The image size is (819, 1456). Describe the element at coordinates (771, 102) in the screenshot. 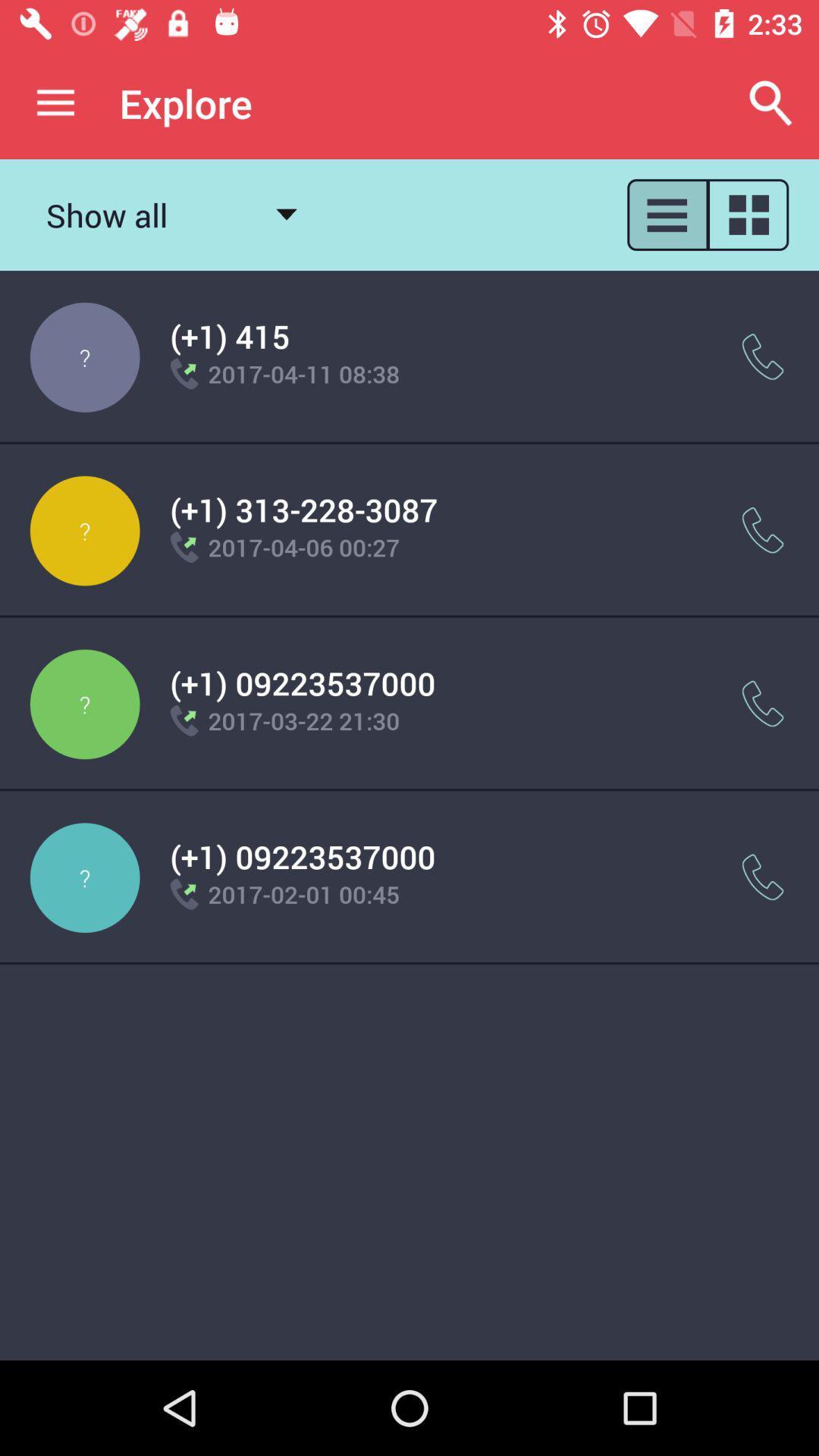

I see `icon next to explore app` at that location.